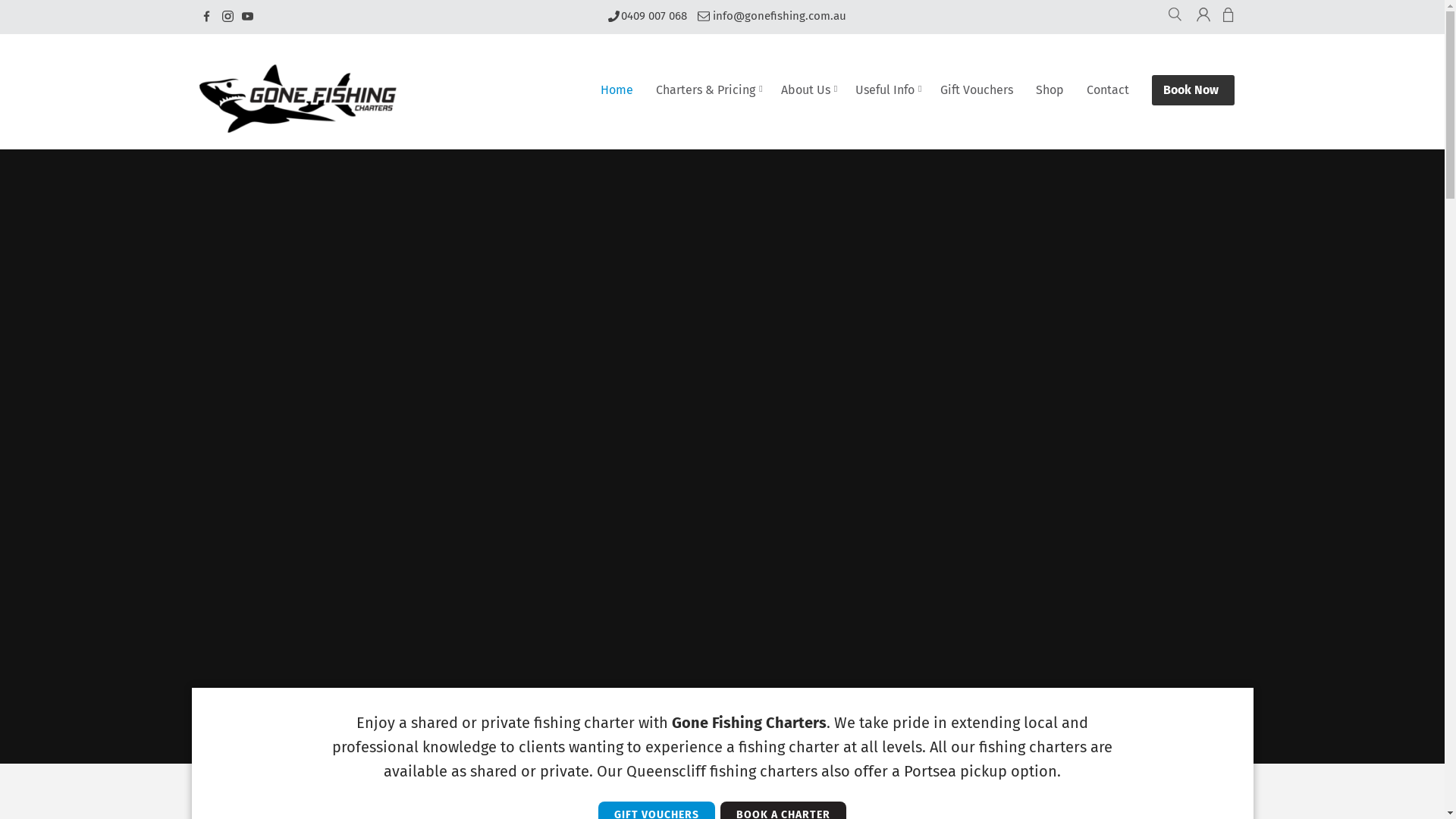 The height and width of the screenshot is (819, 1456). Describe the element at coordinates (888, 90) in the screenshot. I see `'Useful Info'` at that location.